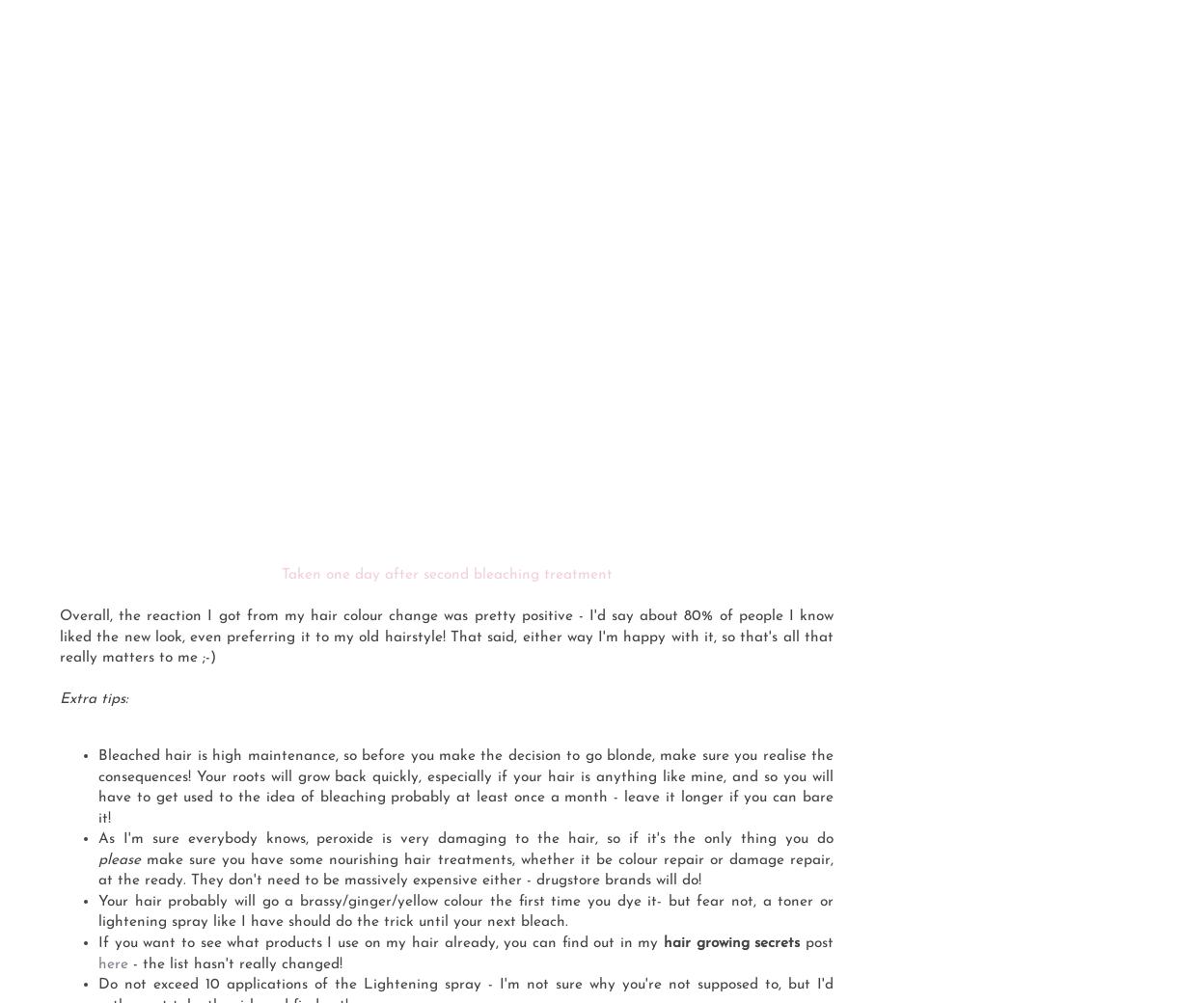 Image resolution: width=1204 pixels, height=1003 pixels. I want to click on 'Taken one day after second bleaching treatment', so click(446, 574).